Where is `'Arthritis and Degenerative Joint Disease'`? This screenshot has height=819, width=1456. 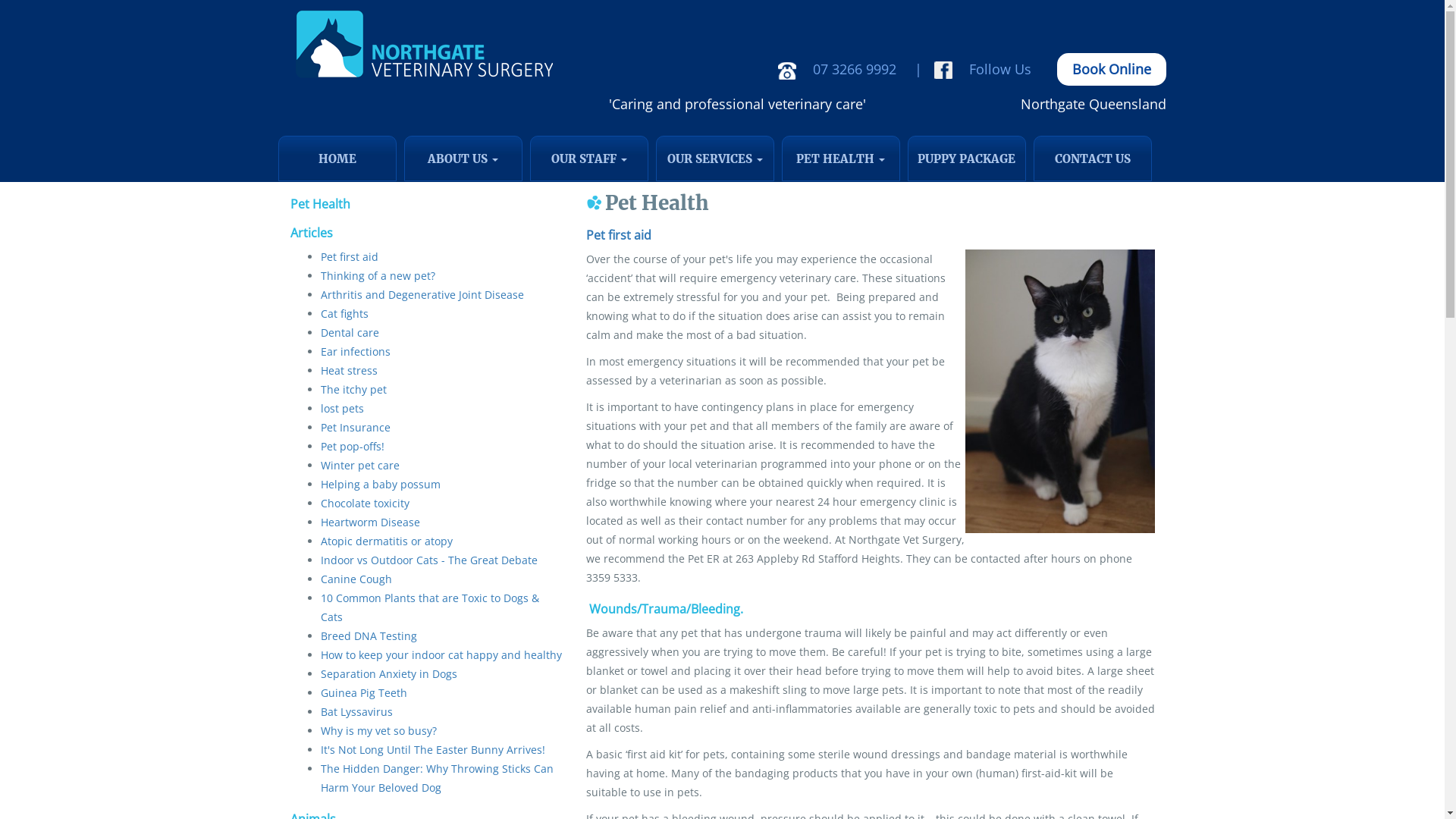
'Arthritis and Degenerative Joint Disease' is located at coordinates (319, 294).